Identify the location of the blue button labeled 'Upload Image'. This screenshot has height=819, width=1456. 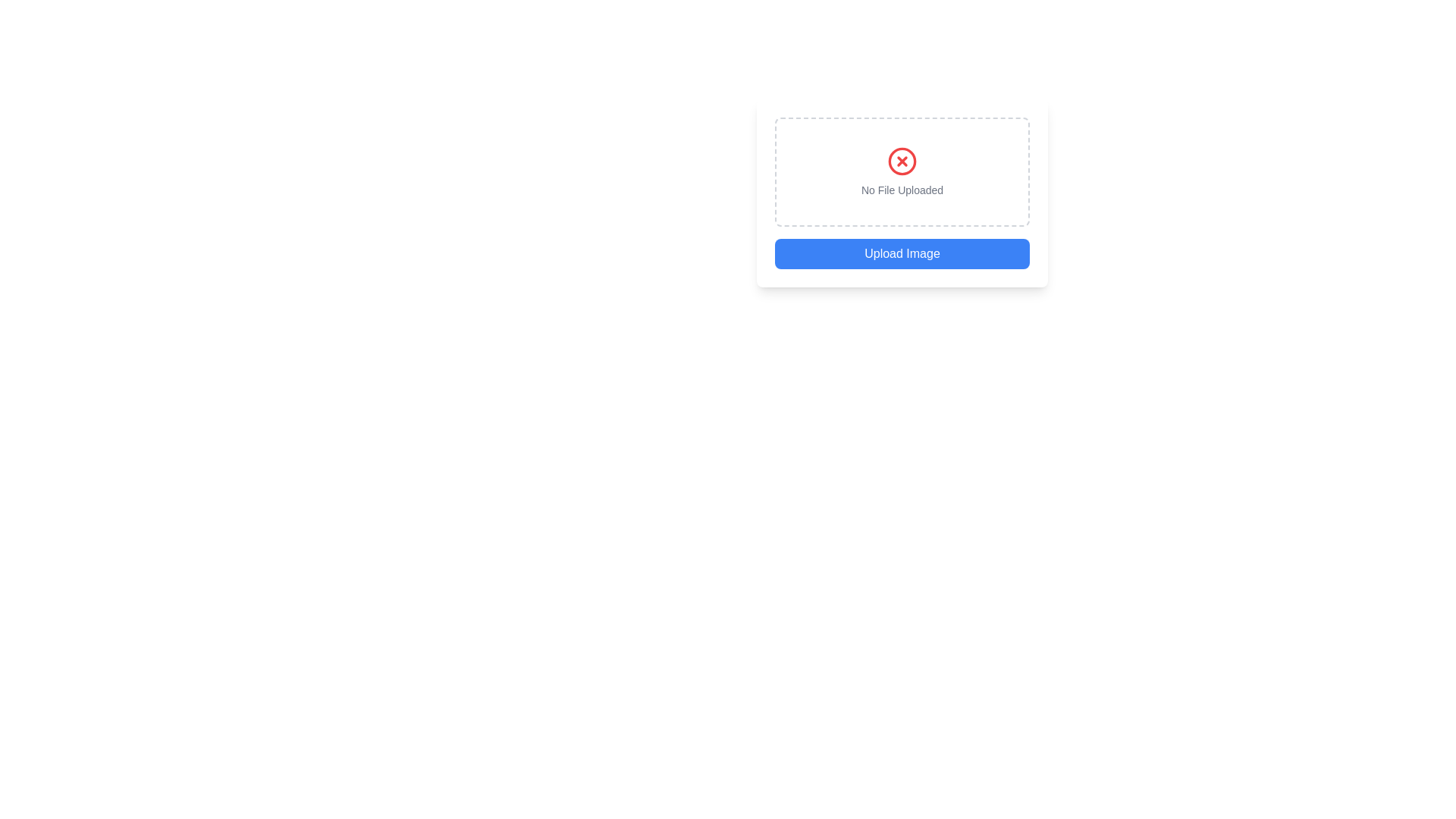
(902, 253).